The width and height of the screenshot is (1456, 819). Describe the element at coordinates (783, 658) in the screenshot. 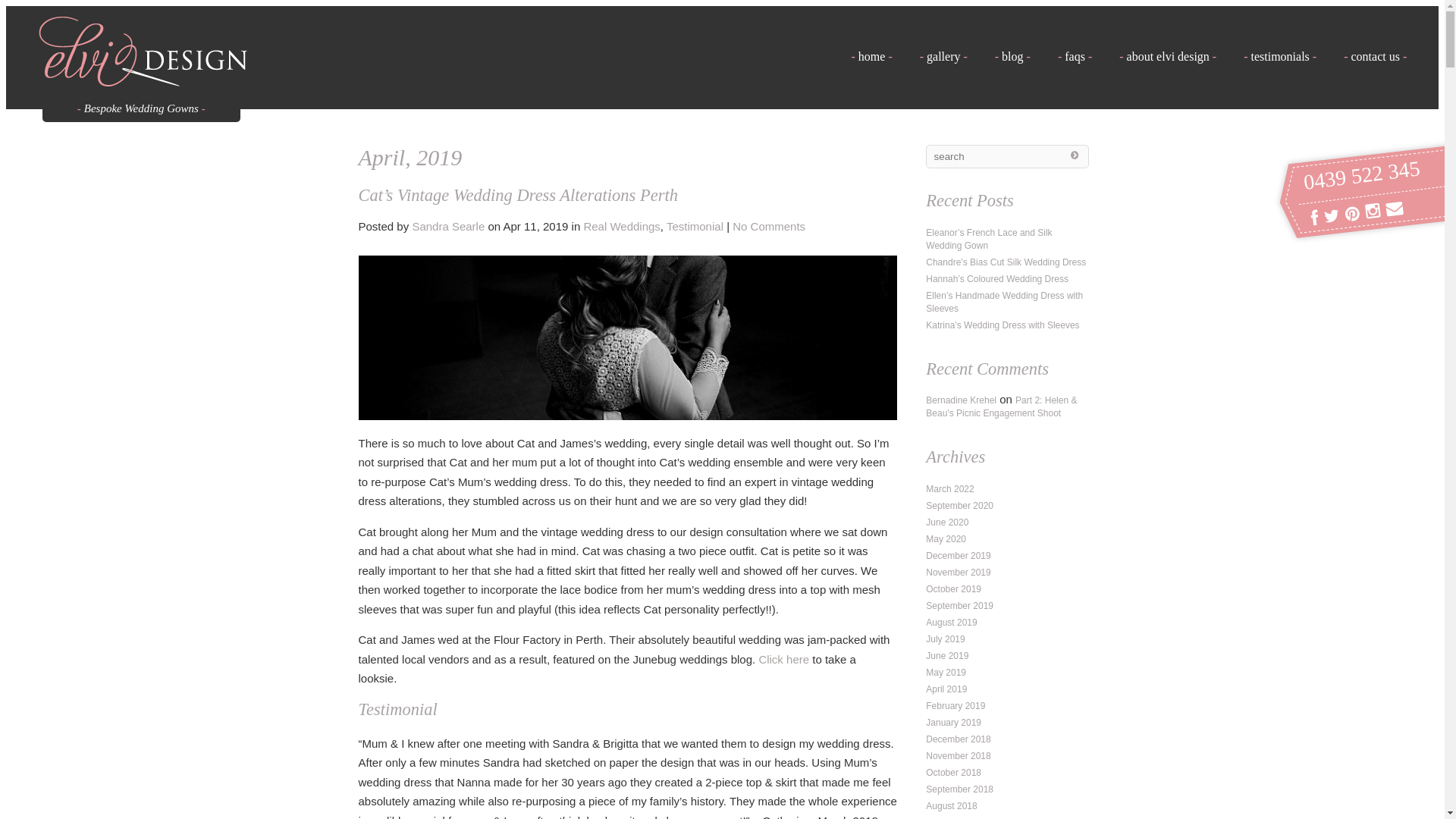

I see `'Click here'` at that location.